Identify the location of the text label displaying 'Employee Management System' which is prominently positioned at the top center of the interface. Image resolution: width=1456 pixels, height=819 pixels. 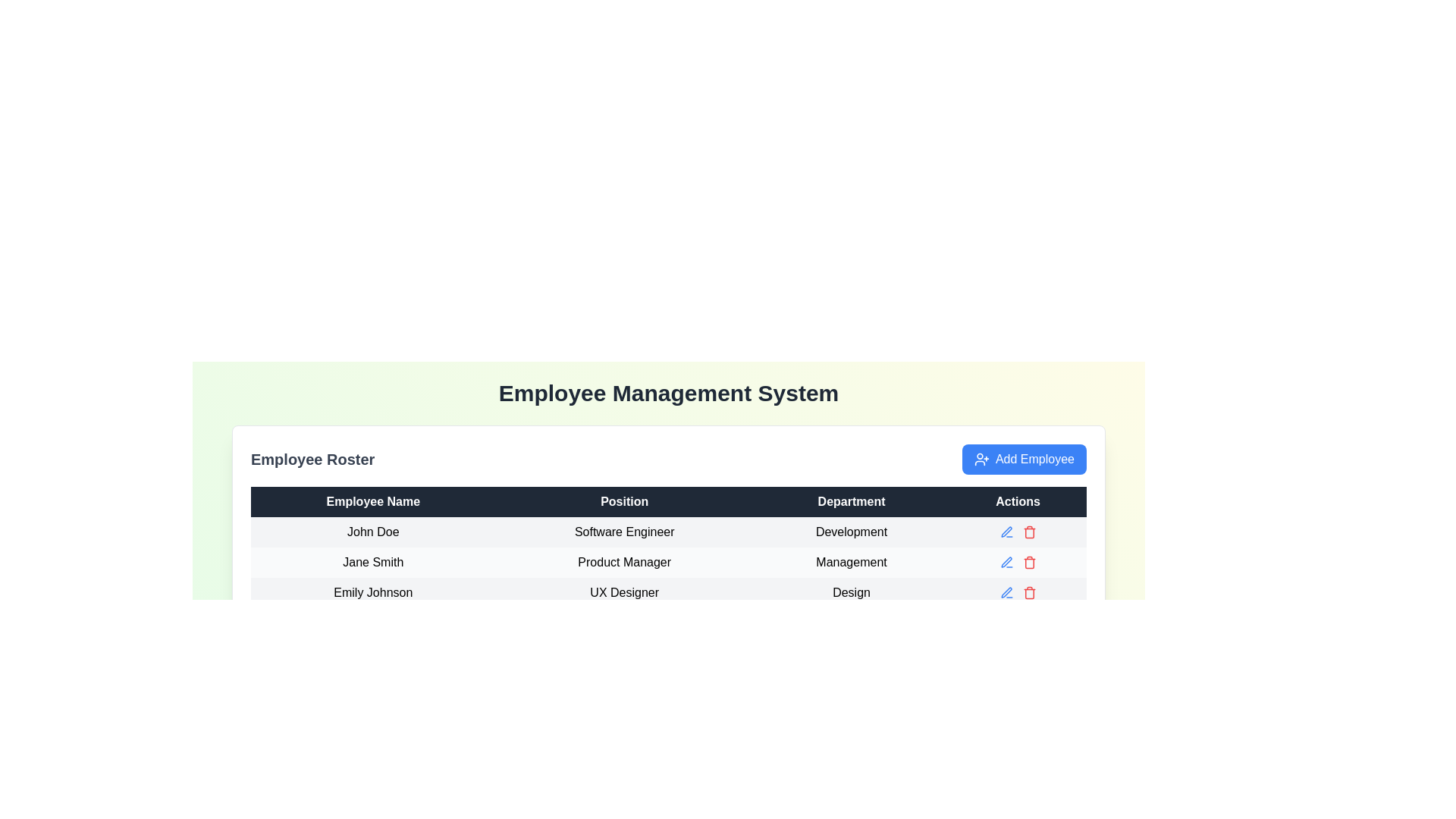
(668, 393).